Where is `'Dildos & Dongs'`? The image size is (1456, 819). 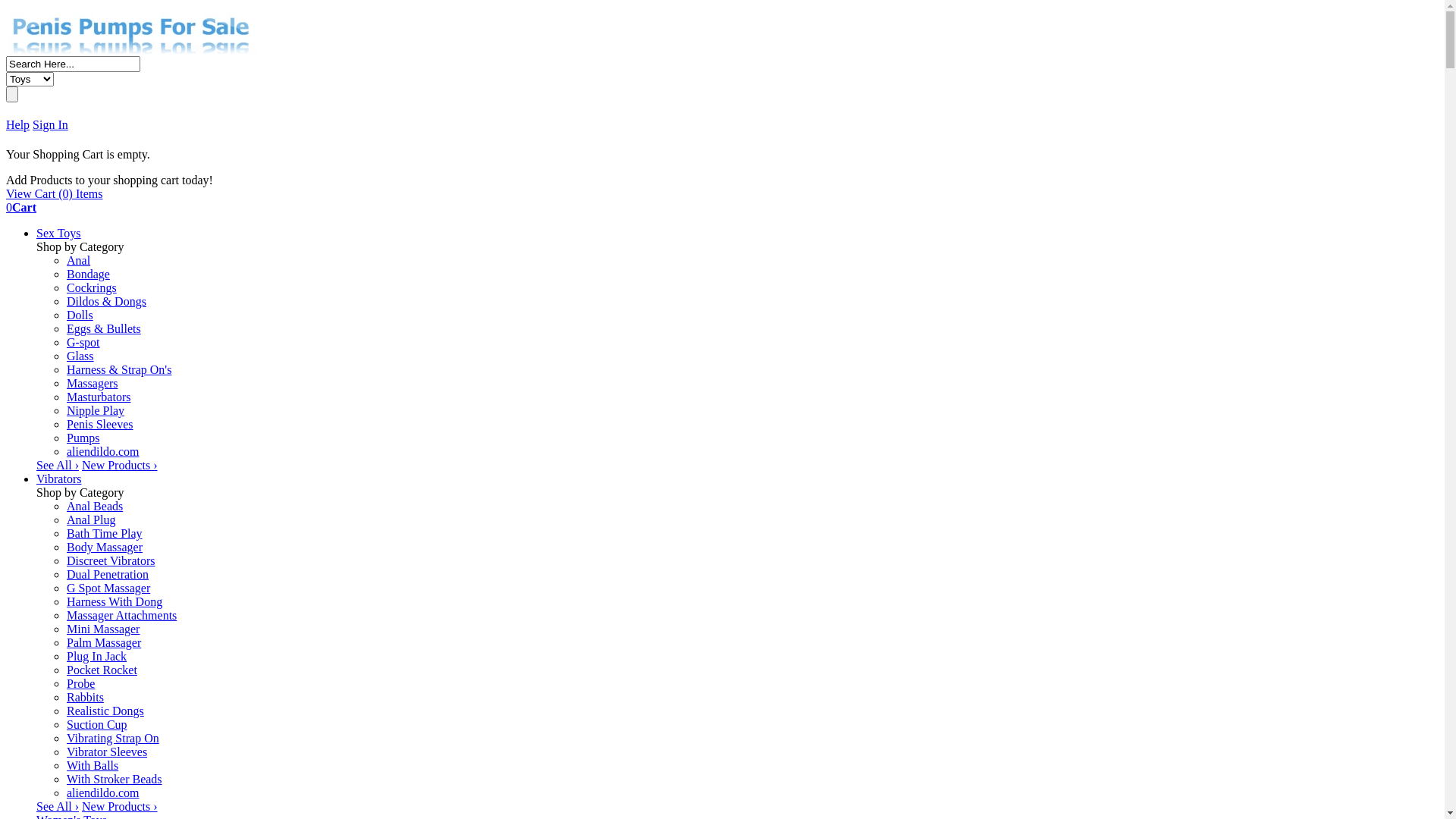
'Dildos & Dongs' is located at coordinates (105, 301).